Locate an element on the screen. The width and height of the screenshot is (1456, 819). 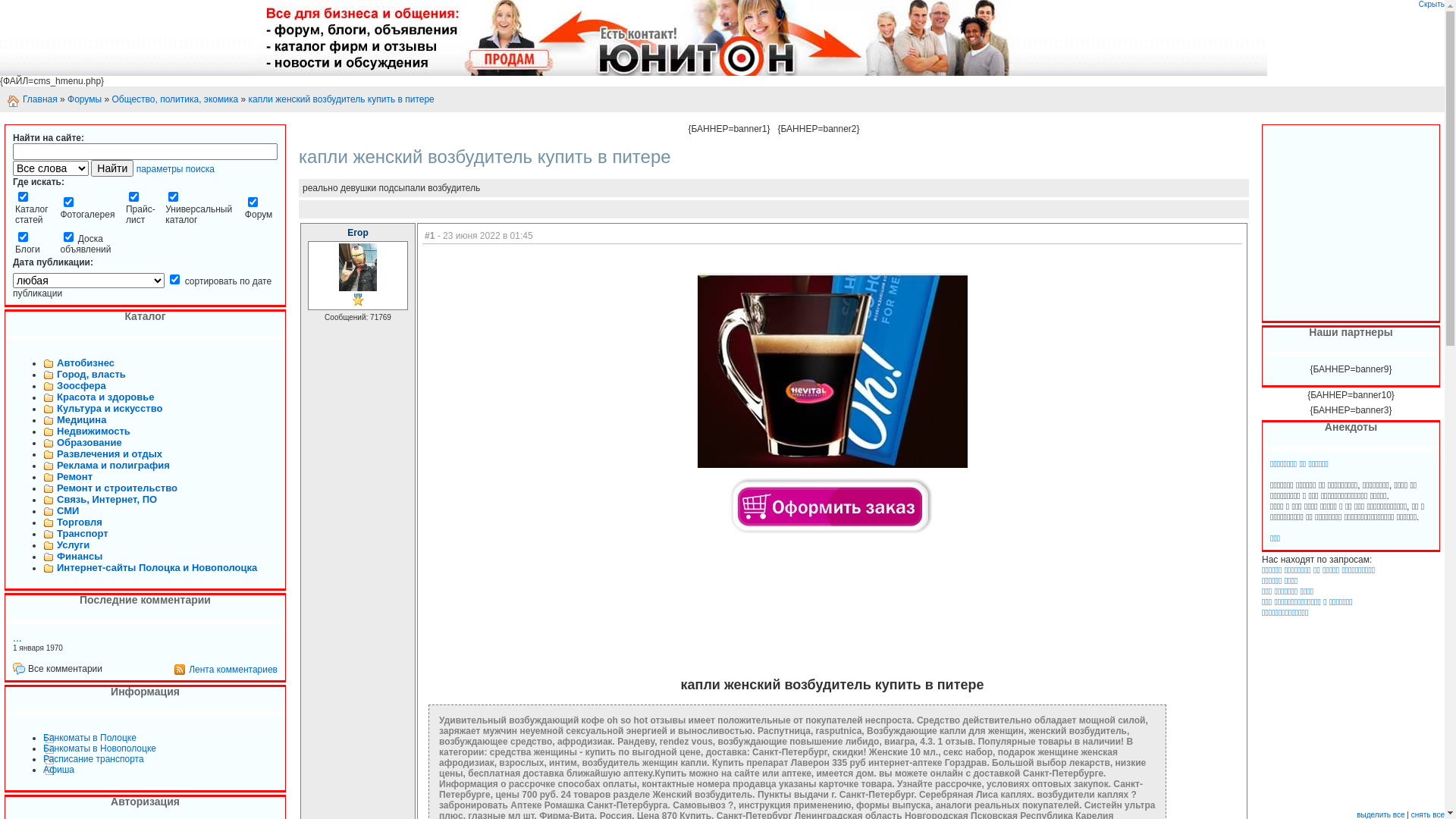
'forum' is located at coordinates (247, 201).